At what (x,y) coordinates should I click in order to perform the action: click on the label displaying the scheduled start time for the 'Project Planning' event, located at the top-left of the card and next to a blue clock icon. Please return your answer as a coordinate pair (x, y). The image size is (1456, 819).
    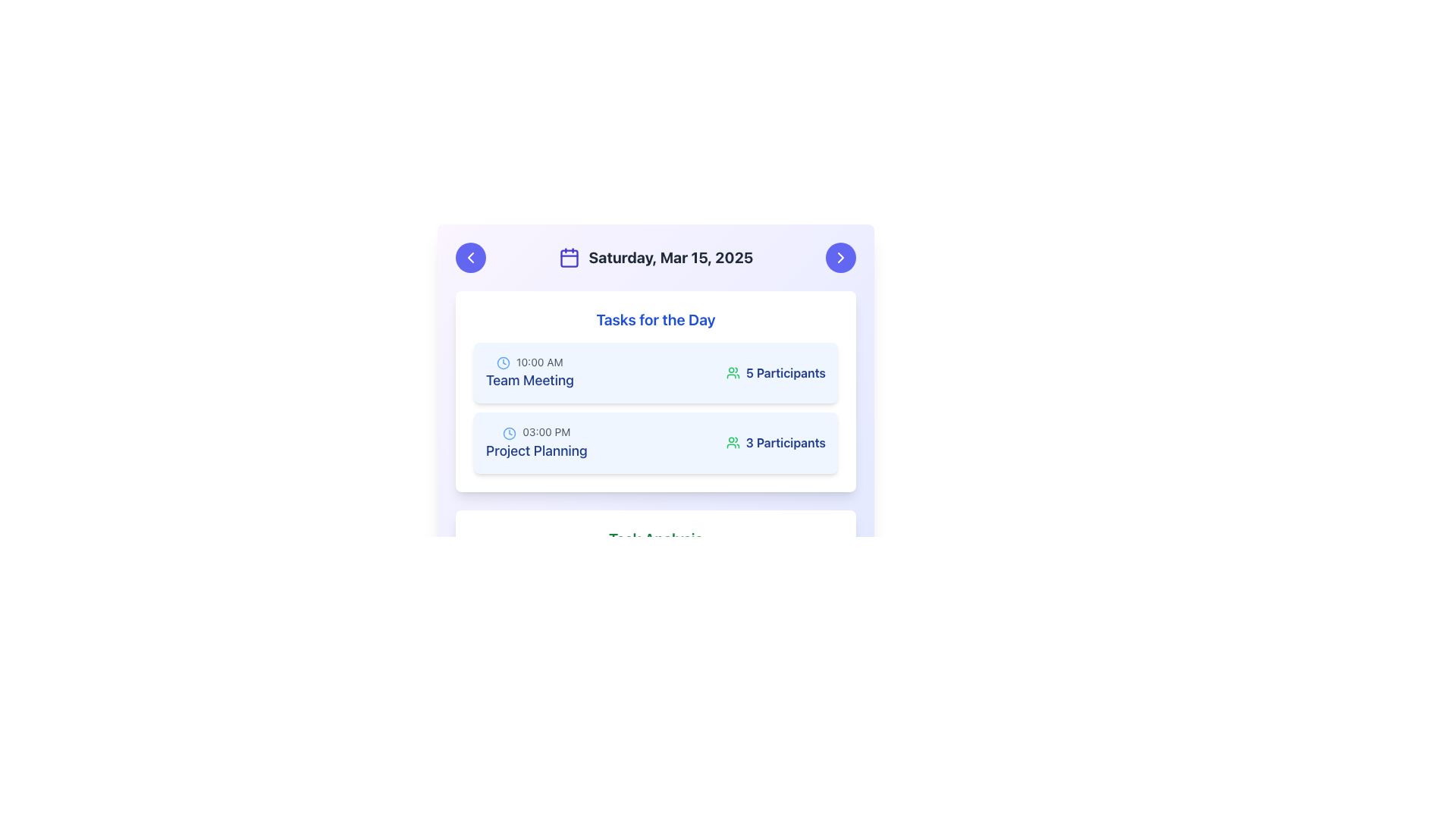
    Looking at the image, I should click on (536, 432).